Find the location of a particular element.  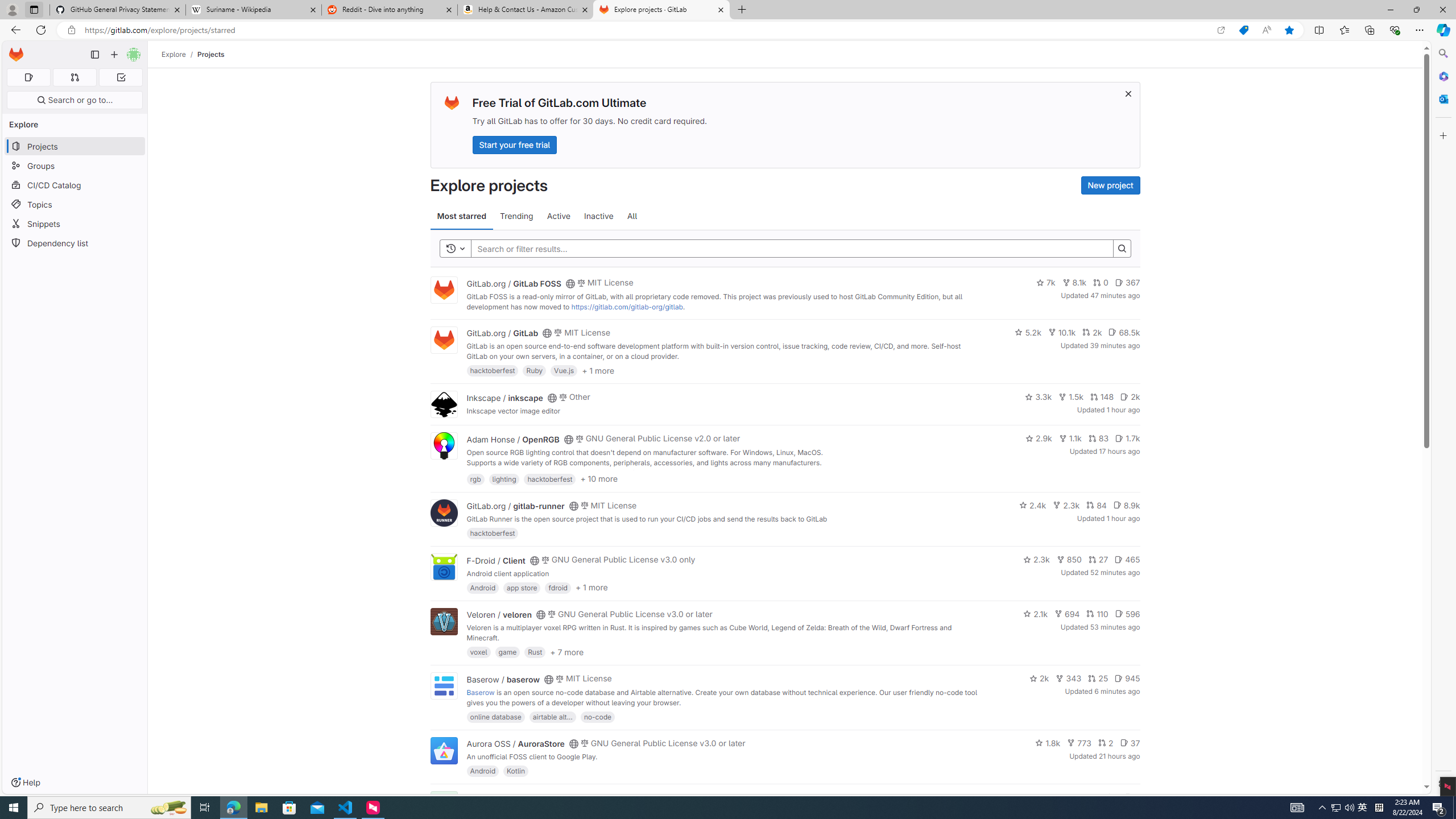

'367' is located at coordinates (1127, 283).